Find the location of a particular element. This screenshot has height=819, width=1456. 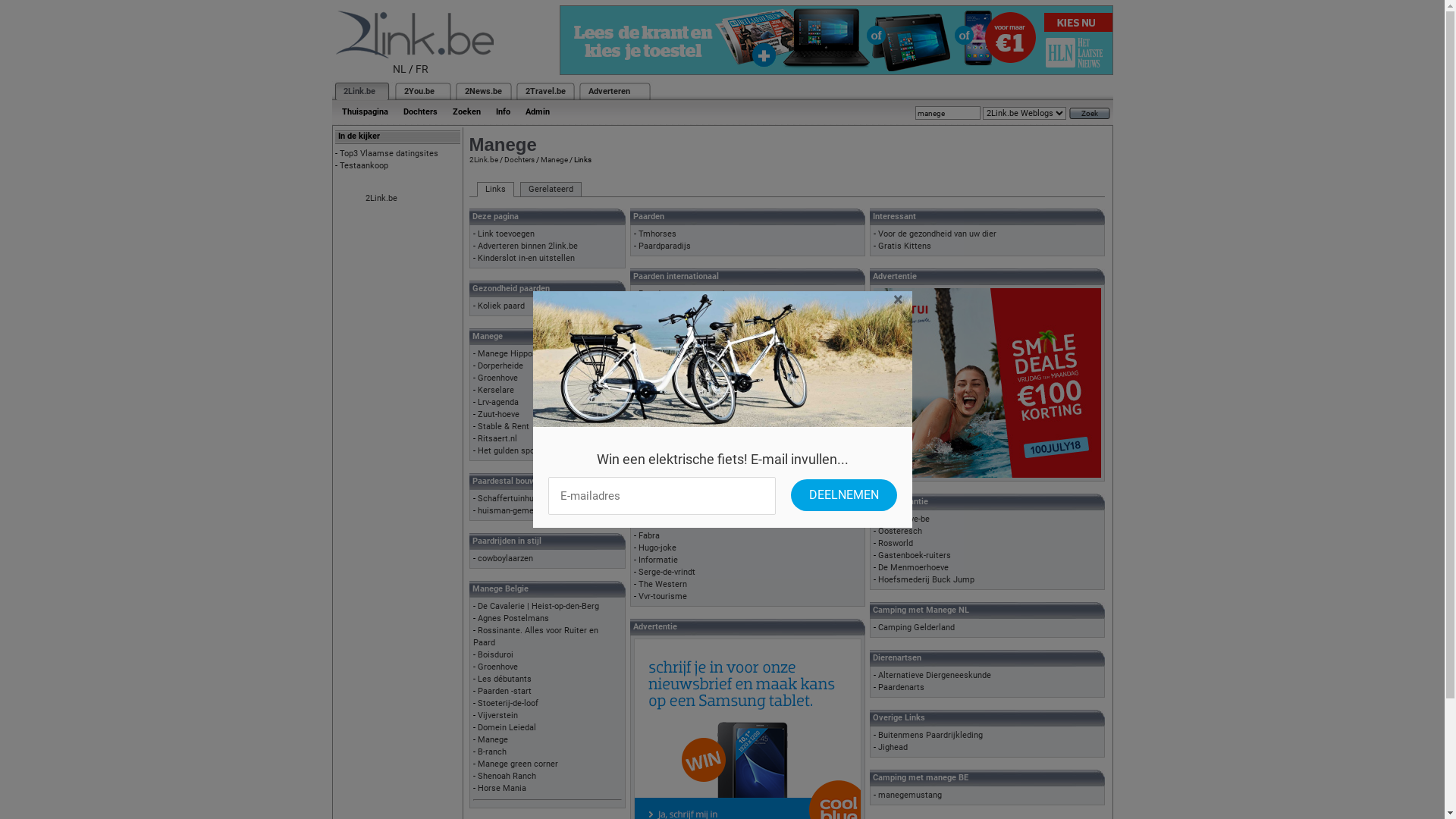

'Lrv-agenda' is located at coordinates (498, 401).